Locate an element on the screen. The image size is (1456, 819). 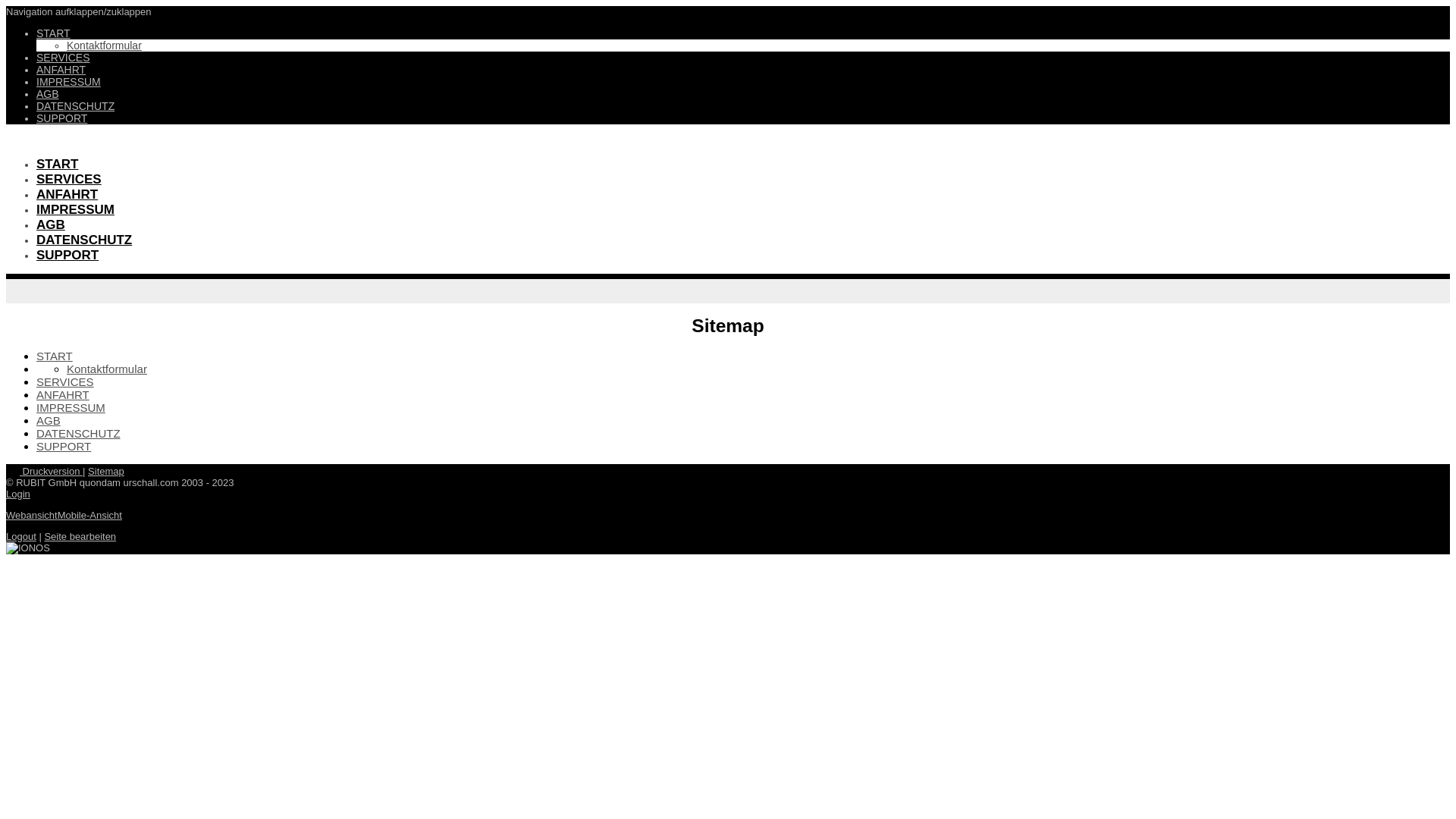
'Logout' is located at coordinates (21, 535).